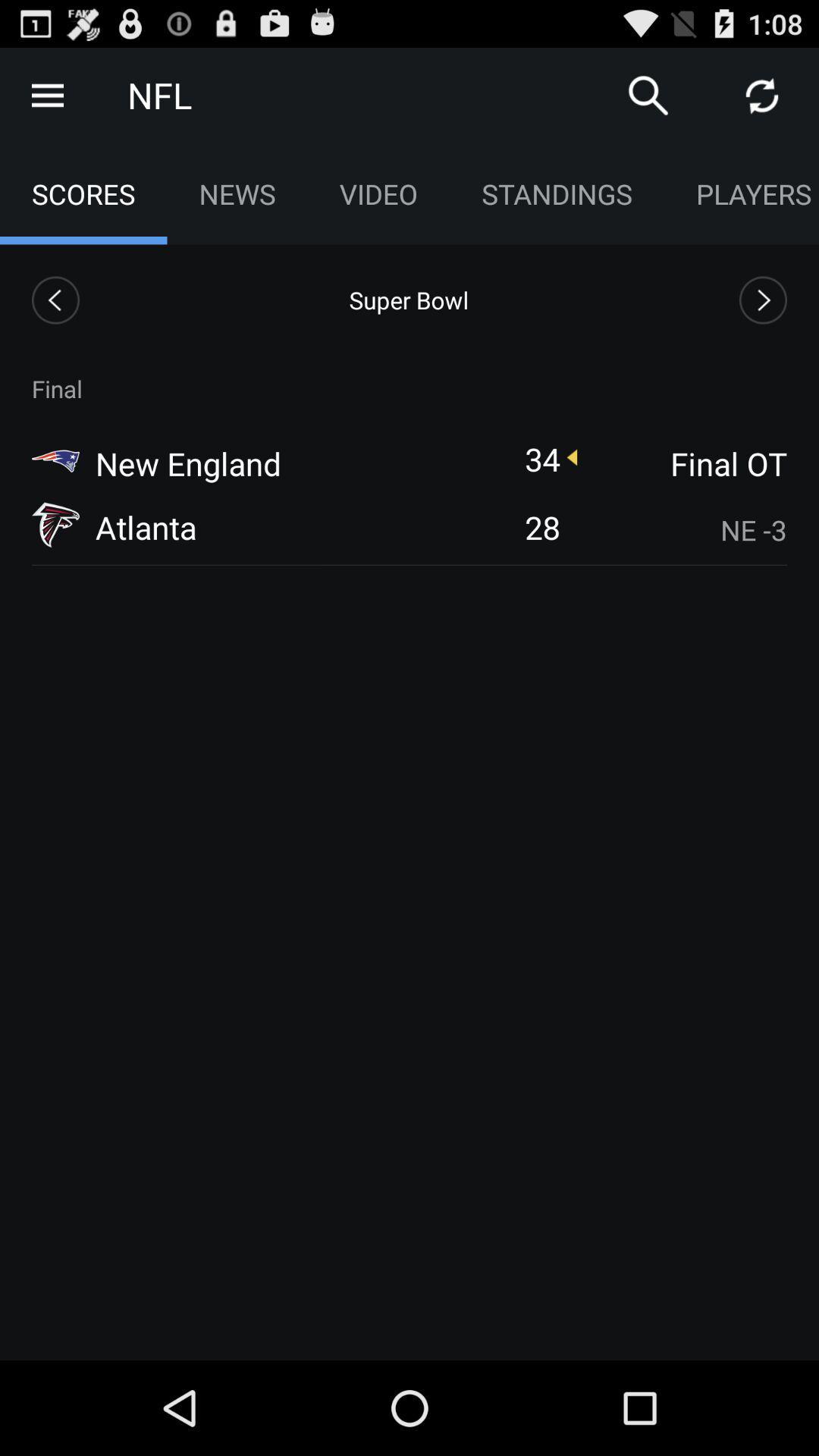 This screenshot has width=819, height=1456. What do you see at coordinates (648, 94) in the screenshot?
I see `search` at bounding box center [648, 94].